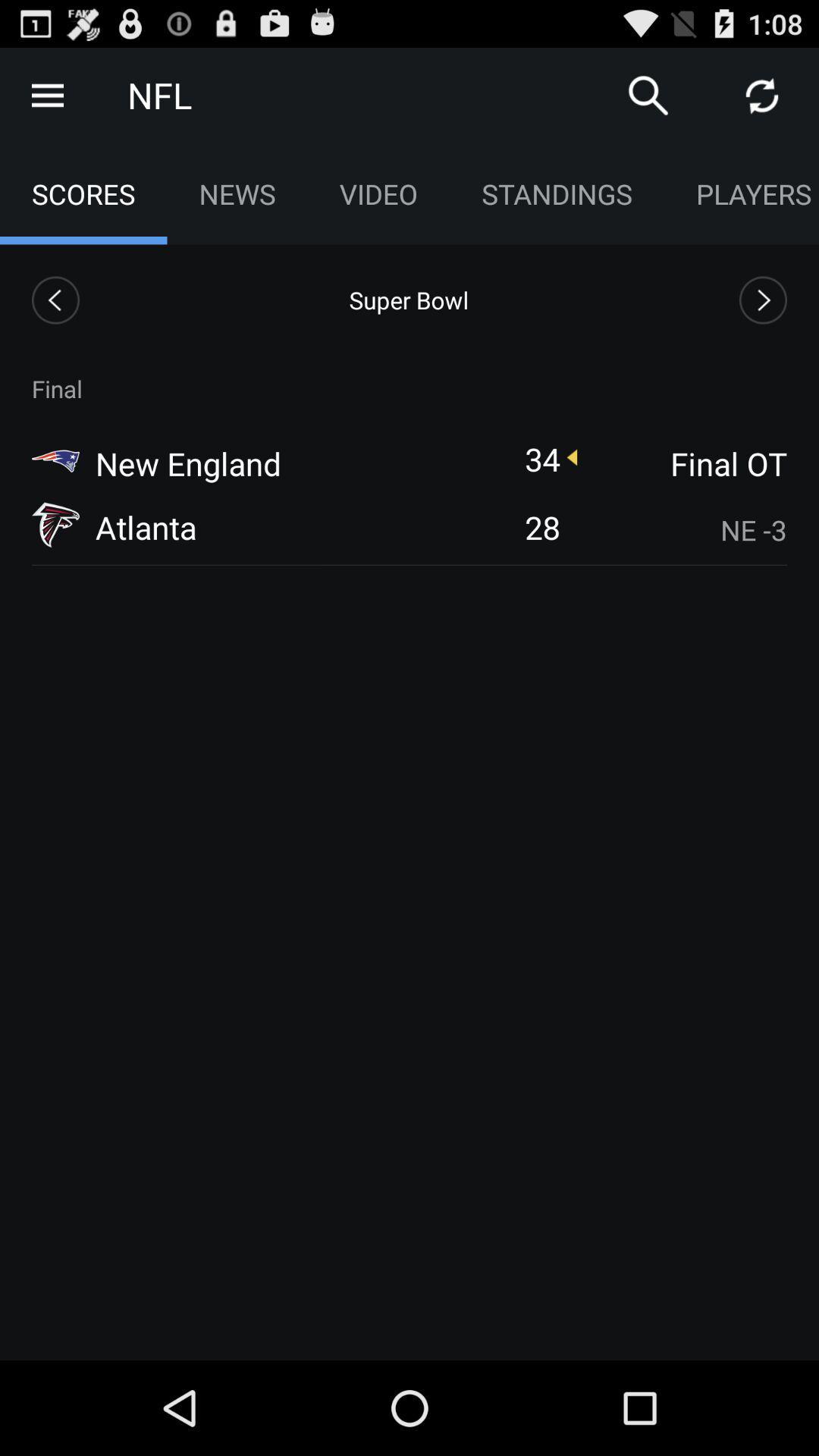 This screenshot has width=819, height=1456. What do you see at coordinates (648, 94) in the screenshot?
I see `search` at bounding box center [648, 94].